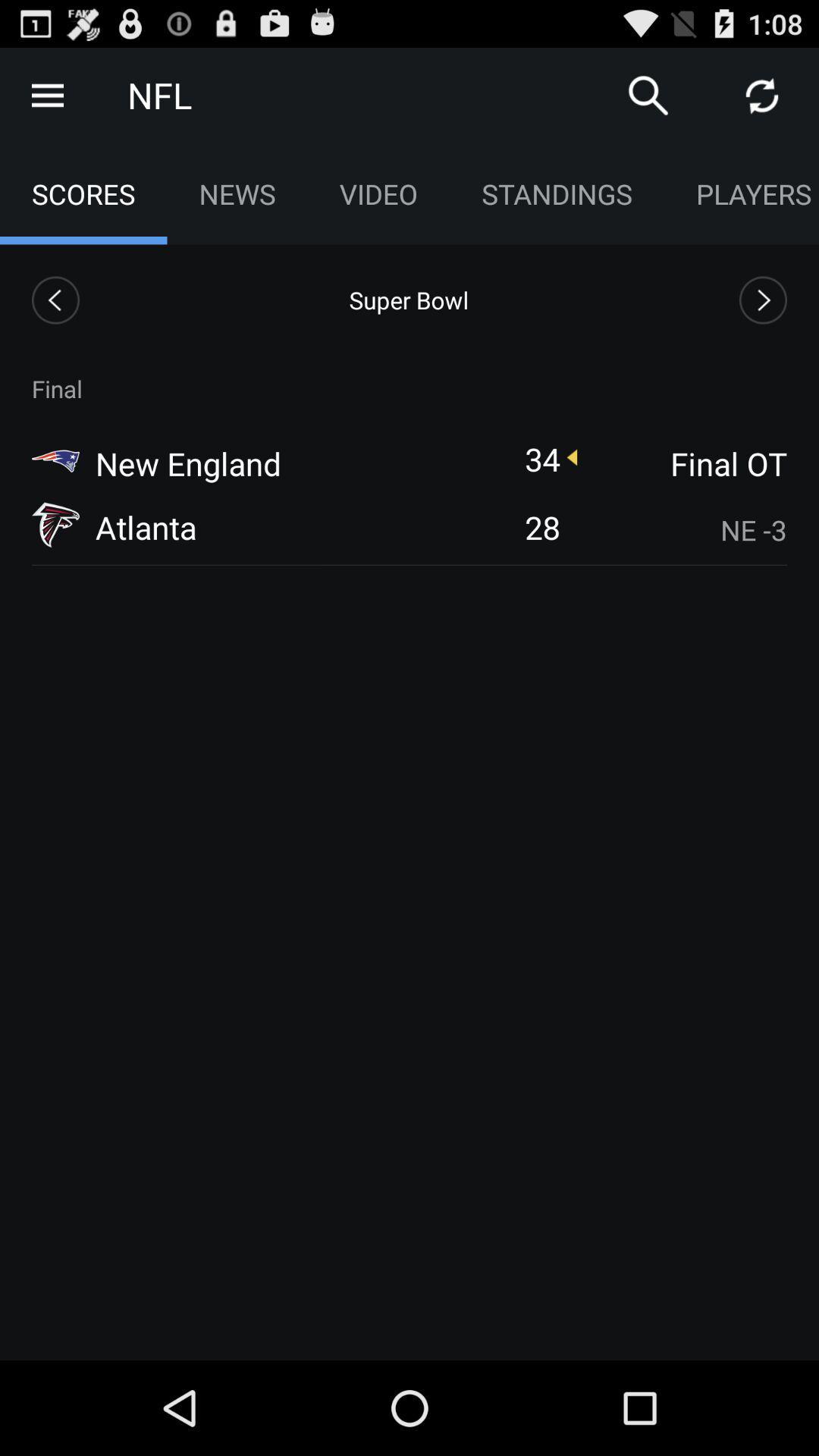 This screenshot has width=819, height=1456. What do you see at coordinates (648, 94) in the screenshot?
I see `search` at bounding box center [648, 94].